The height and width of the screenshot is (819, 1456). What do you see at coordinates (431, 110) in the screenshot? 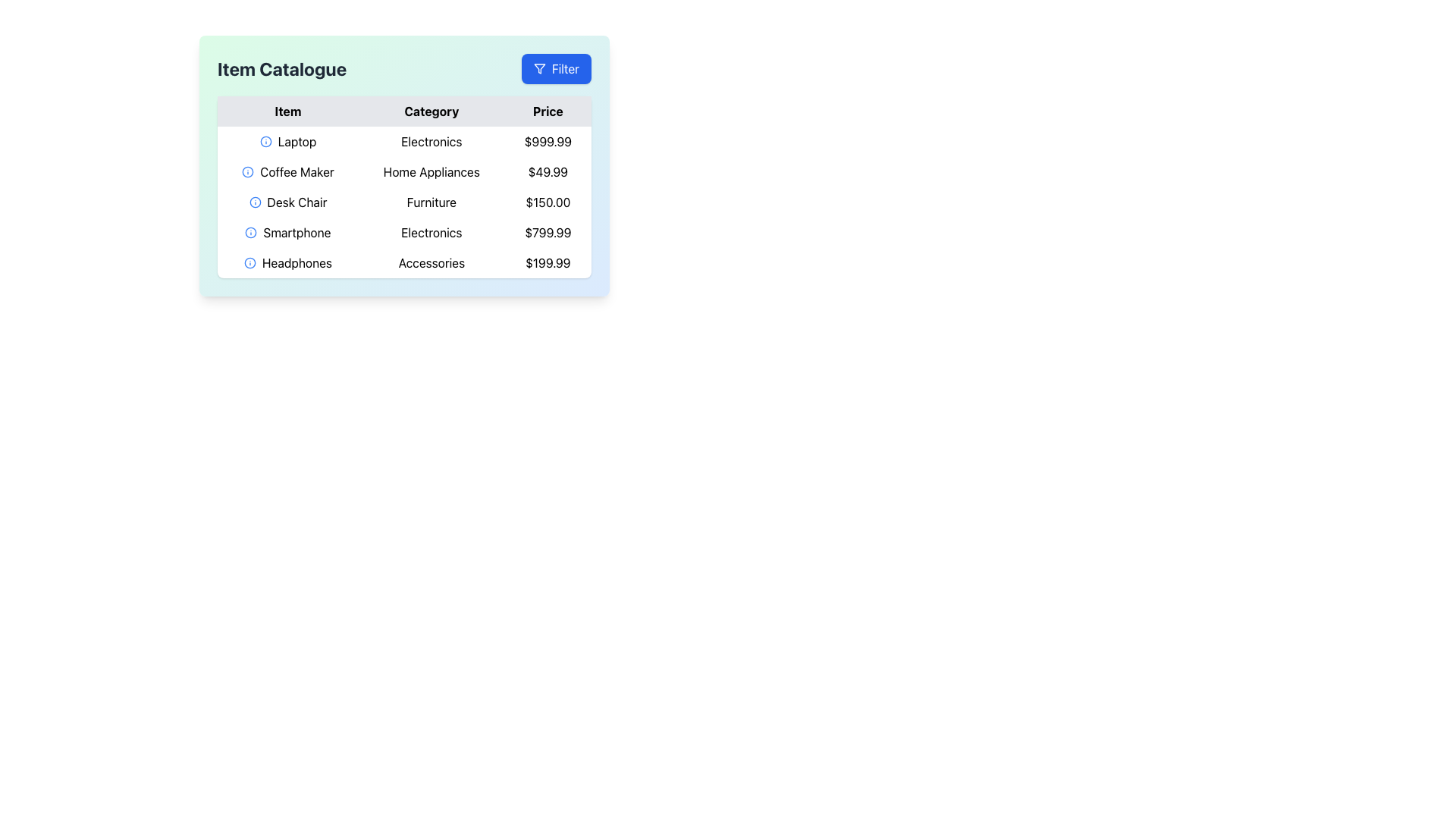
I see `the 'Category' column header text label in the table, which is located between the 'Item' header on the left and the 'Price' header on the right` at bounding box center [431, 110].